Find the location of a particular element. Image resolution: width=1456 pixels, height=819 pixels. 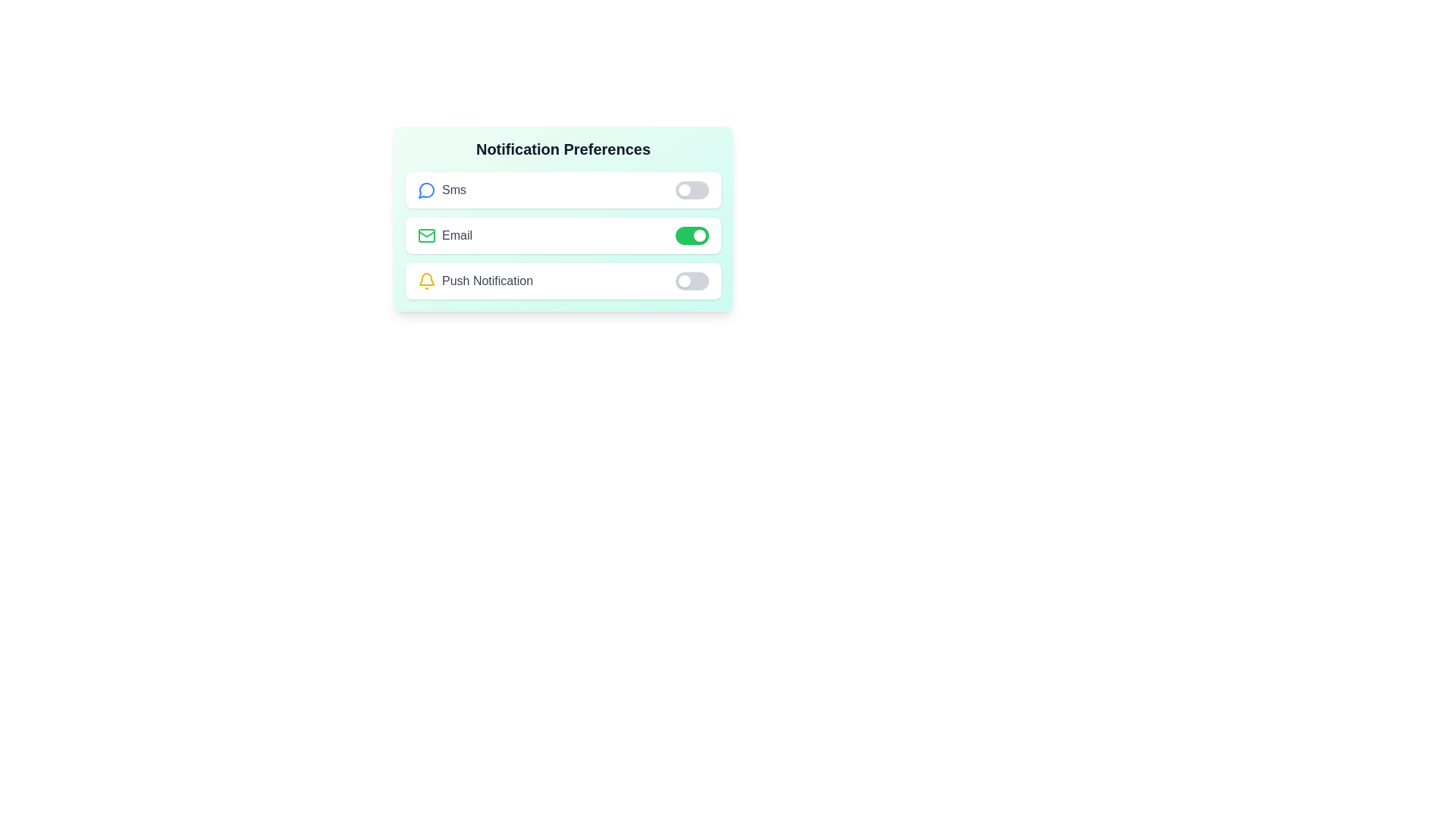

the toggle switch at the far right end of the 'Push Notification' row is located at coordinates (691, 281).